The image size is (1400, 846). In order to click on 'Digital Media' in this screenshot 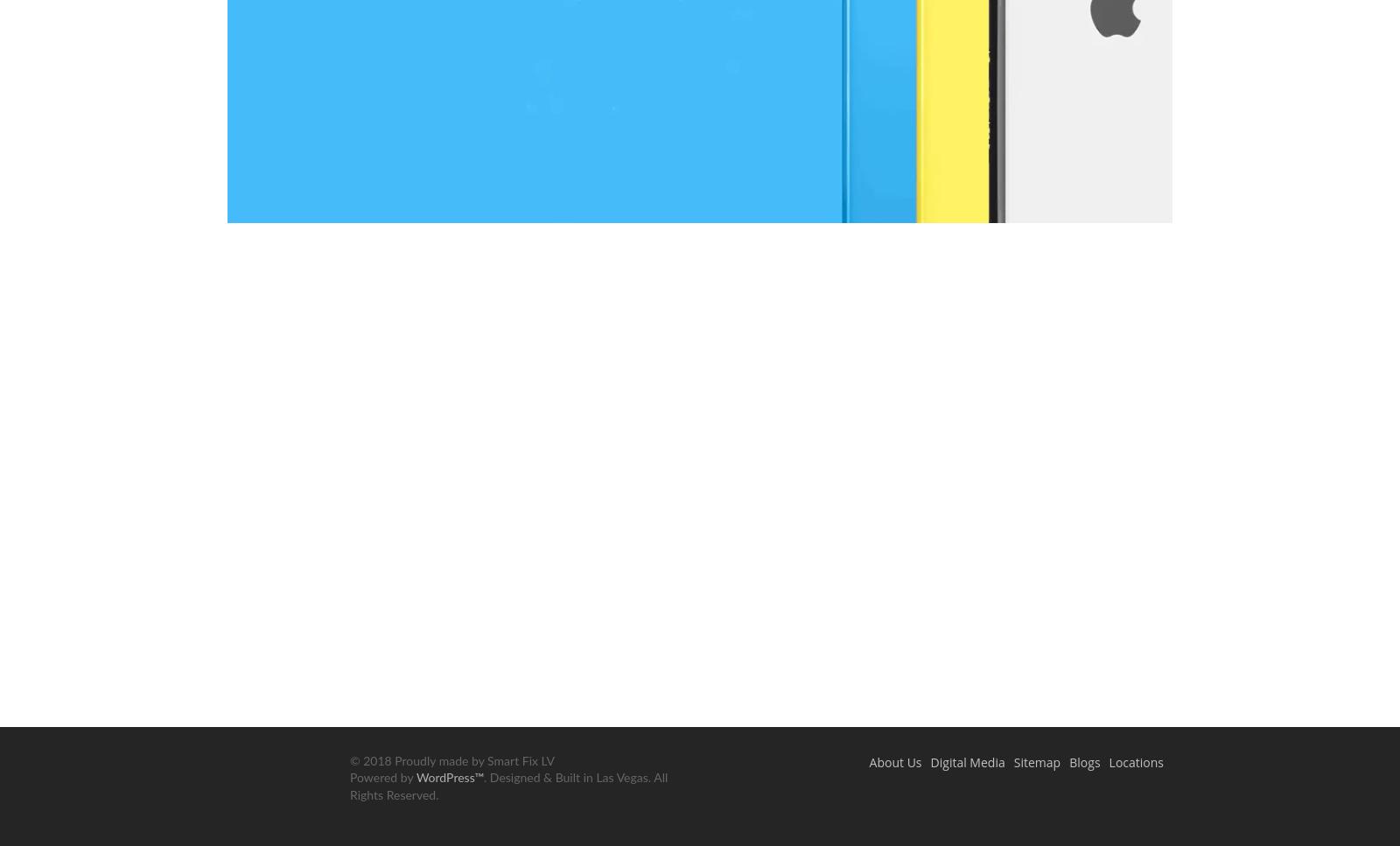, I will do `click(930, 760)`.